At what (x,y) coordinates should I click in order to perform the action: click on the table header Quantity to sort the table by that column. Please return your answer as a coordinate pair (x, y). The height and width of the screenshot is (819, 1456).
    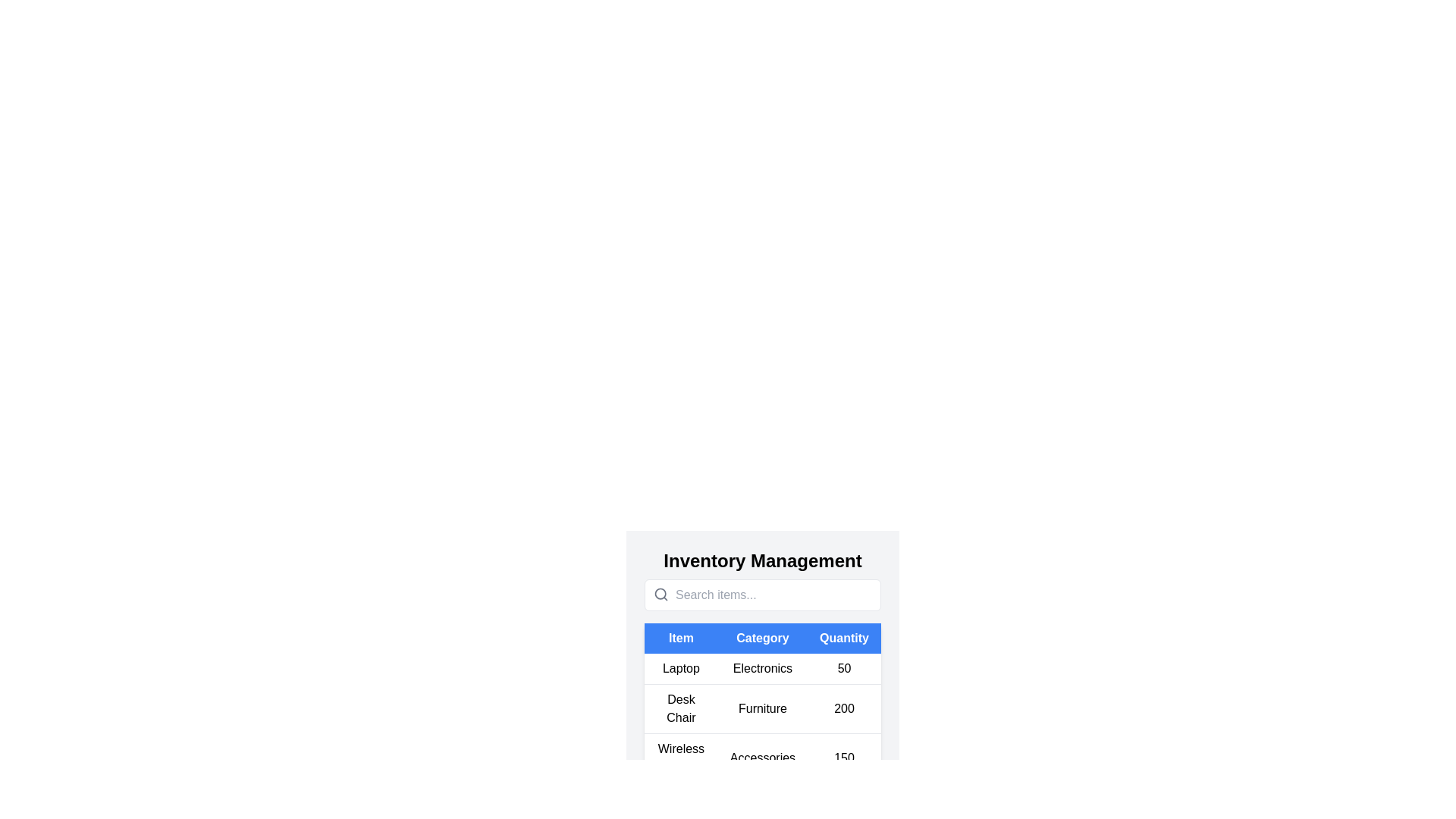
    Looking at the image, I should click on (843, 638).